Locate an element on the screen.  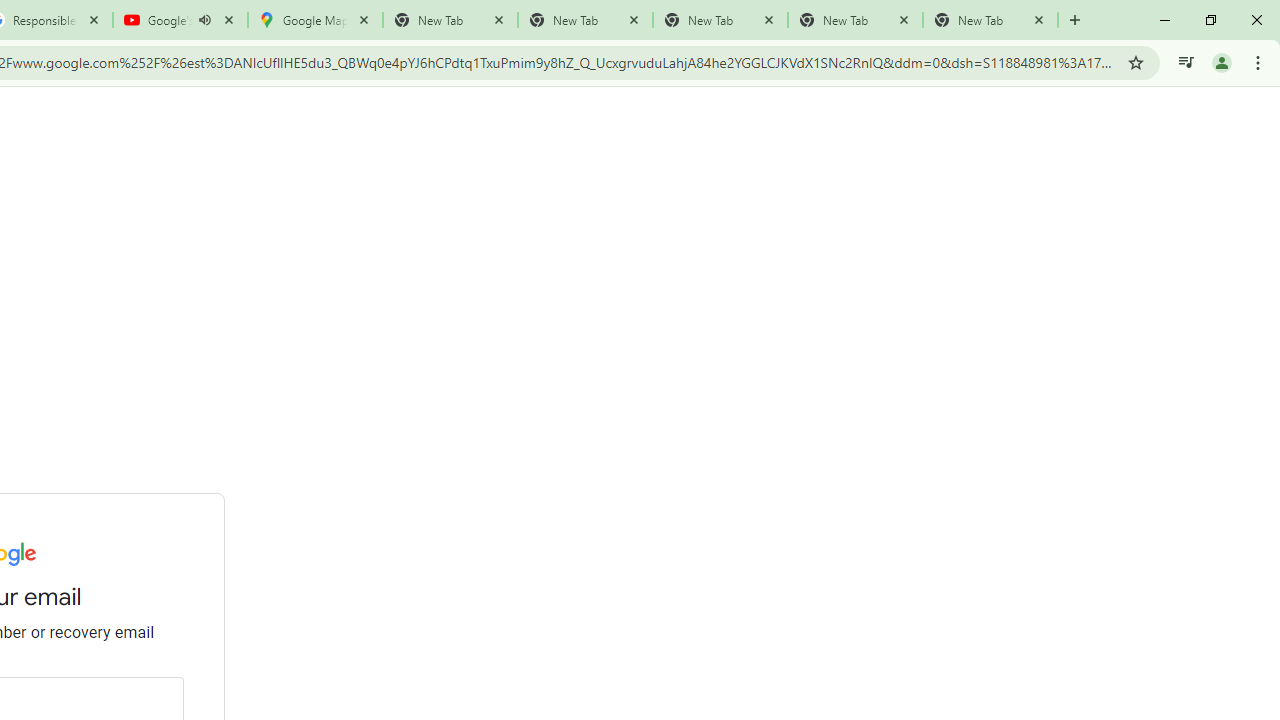
'Mute tab' is located at coordinates (204, 20).